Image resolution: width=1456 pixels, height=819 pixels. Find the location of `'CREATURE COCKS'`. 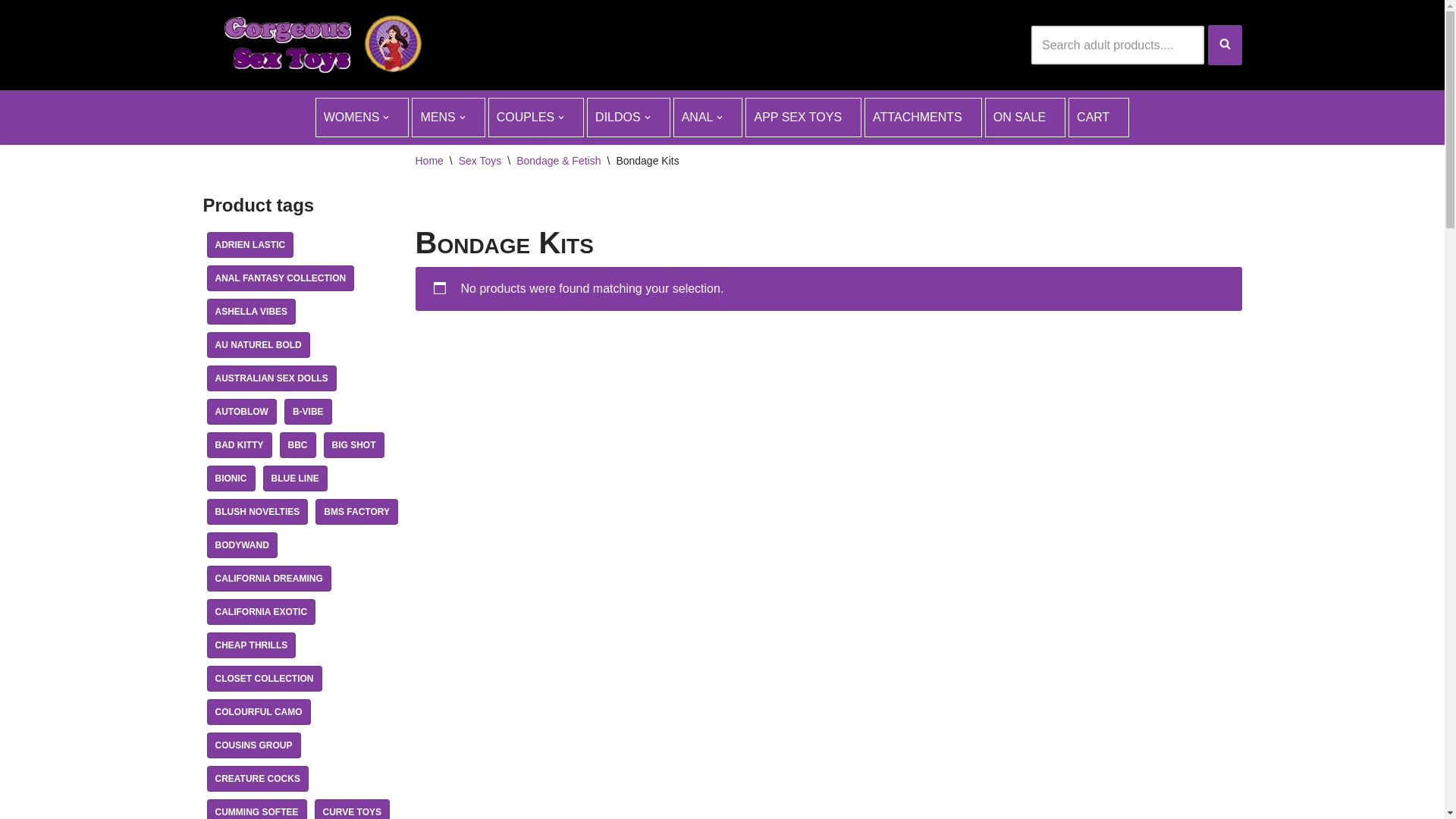

'CREATURE COCKS' is located at coordinates (257, 778).